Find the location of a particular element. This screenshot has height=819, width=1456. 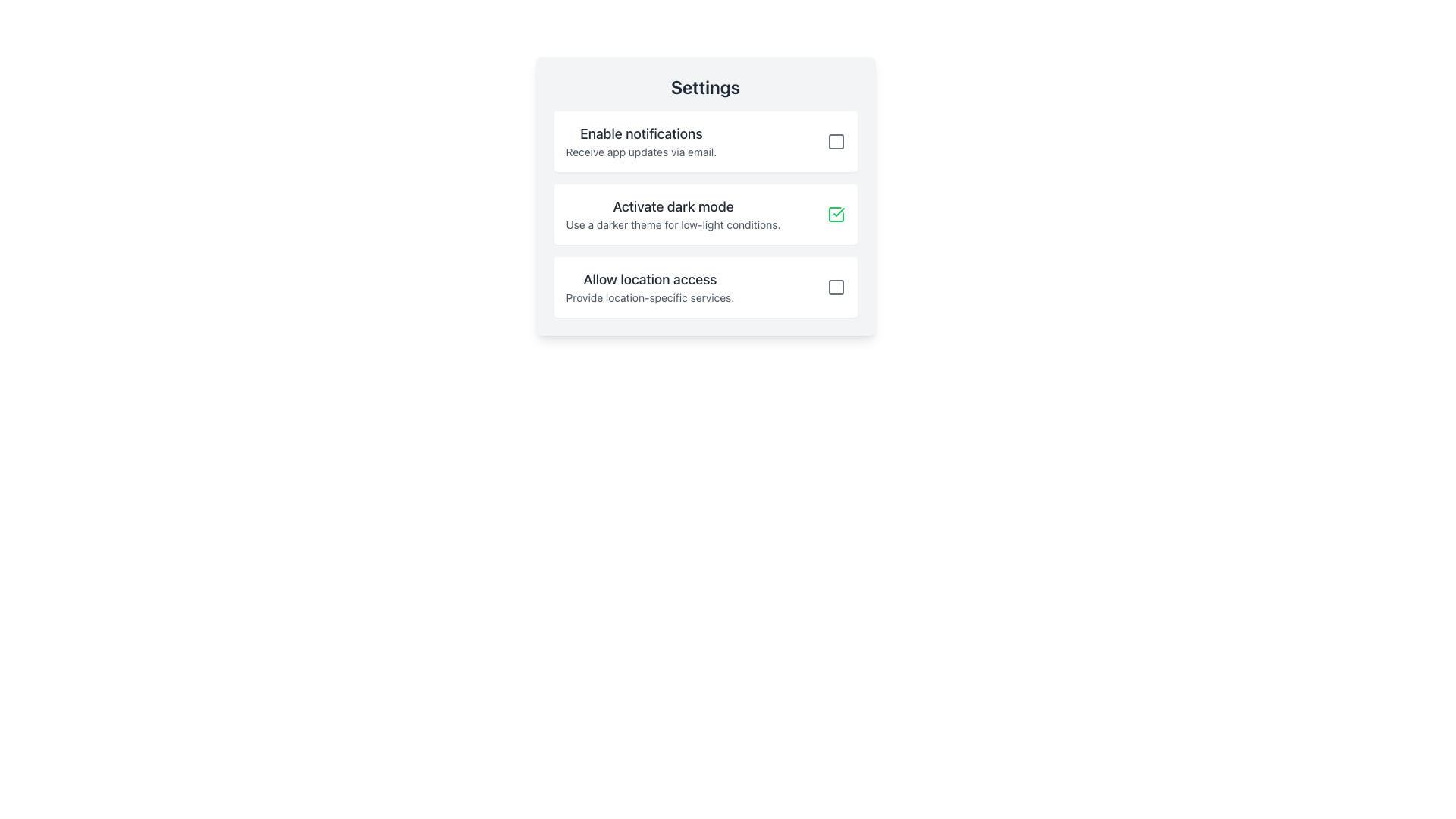

text label element that states 'Activate dark mode' with a description 'Use a darker theme for low-light conditions.' This element is located under the 'Settings' header, between 'Enable notifications' and 'Allow location access.' is located at coordinates (673, 214).